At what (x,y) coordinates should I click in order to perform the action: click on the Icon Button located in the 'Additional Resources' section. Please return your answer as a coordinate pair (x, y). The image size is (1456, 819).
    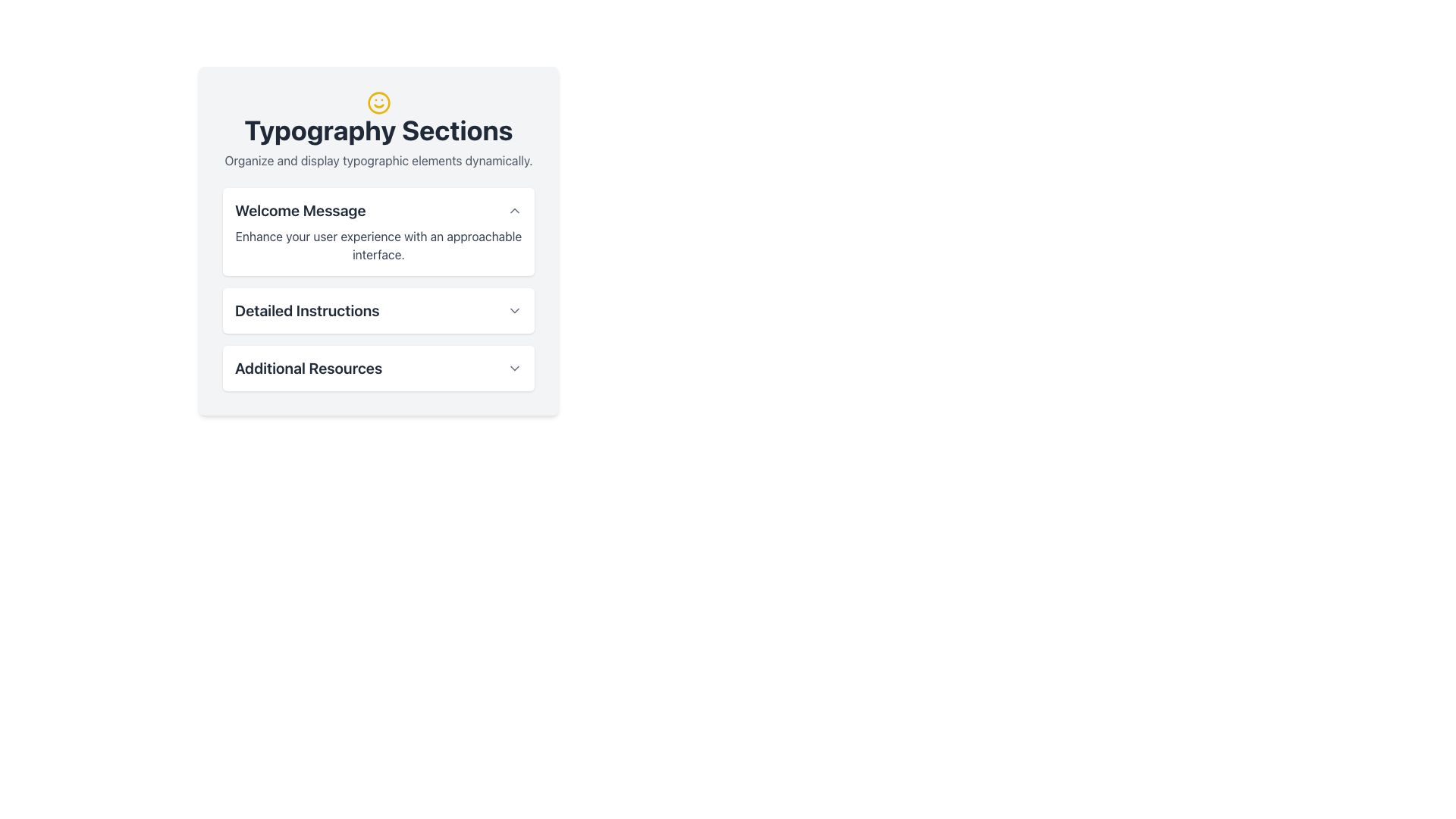
    Looking at the image, I should click on (514, 369).